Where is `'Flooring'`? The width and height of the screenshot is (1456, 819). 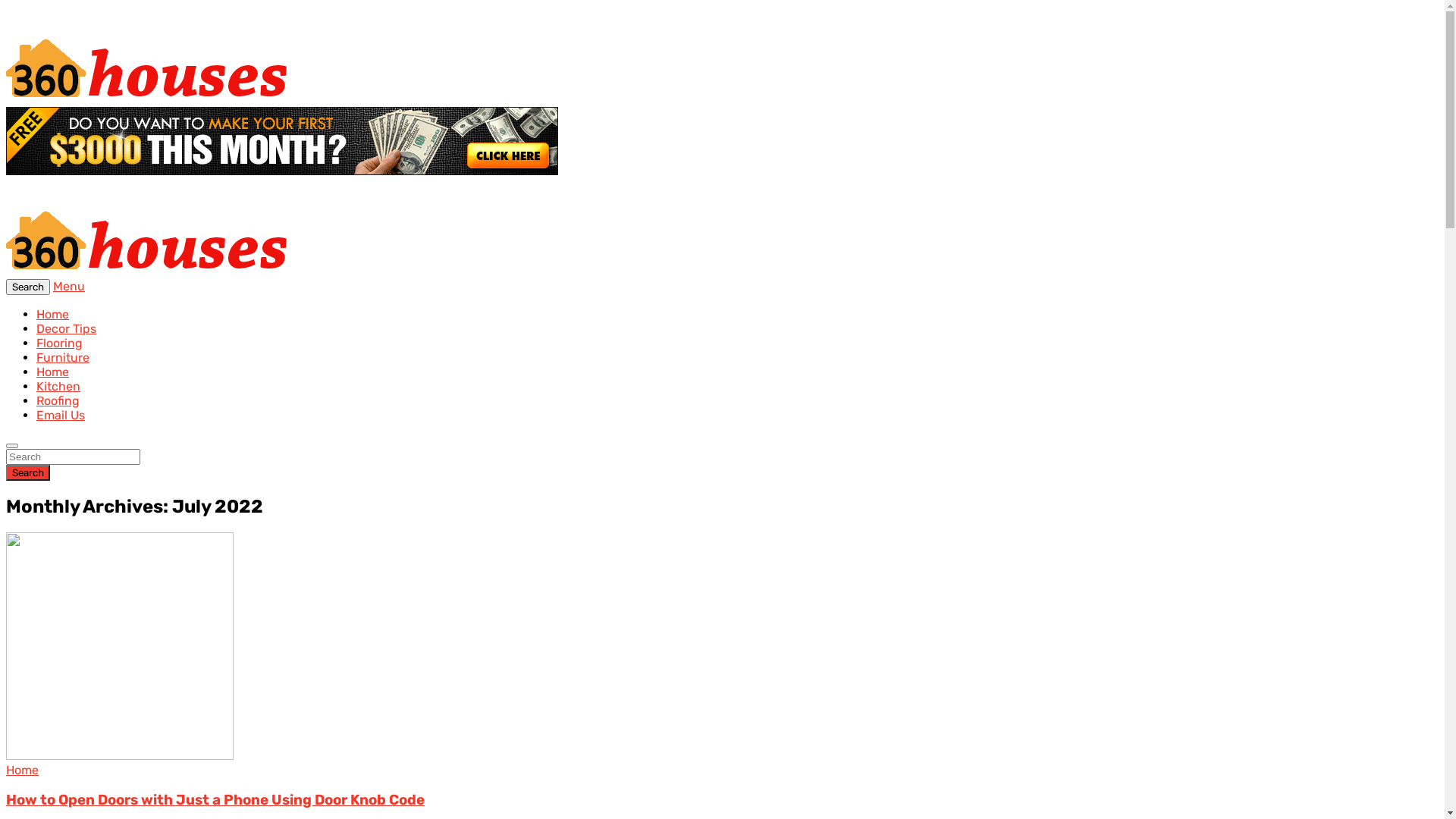
'Flooring' is located at coordinates (59, 343).